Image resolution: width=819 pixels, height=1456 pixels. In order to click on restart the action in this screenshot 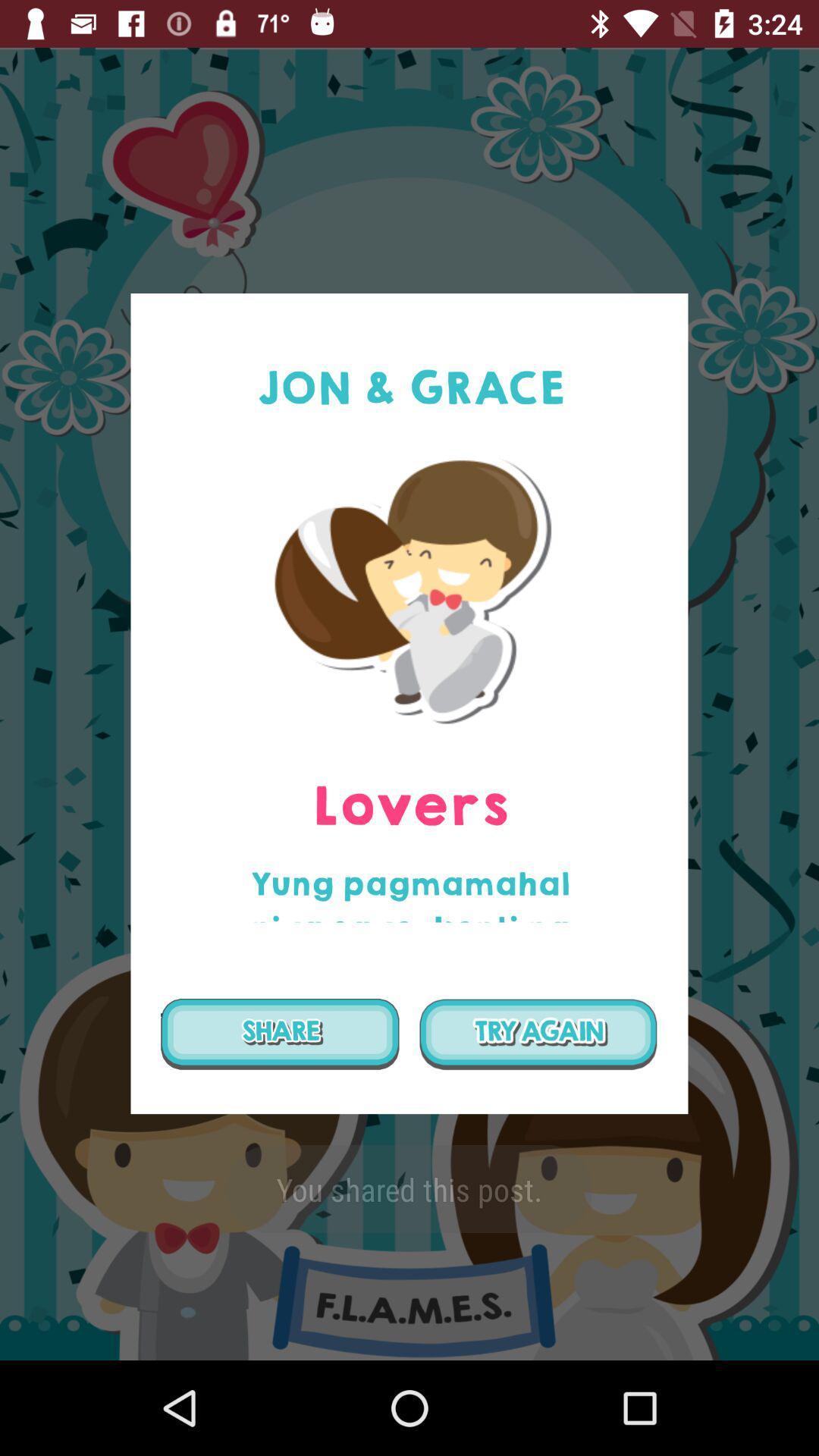, I will do `click(538, 1033)`.